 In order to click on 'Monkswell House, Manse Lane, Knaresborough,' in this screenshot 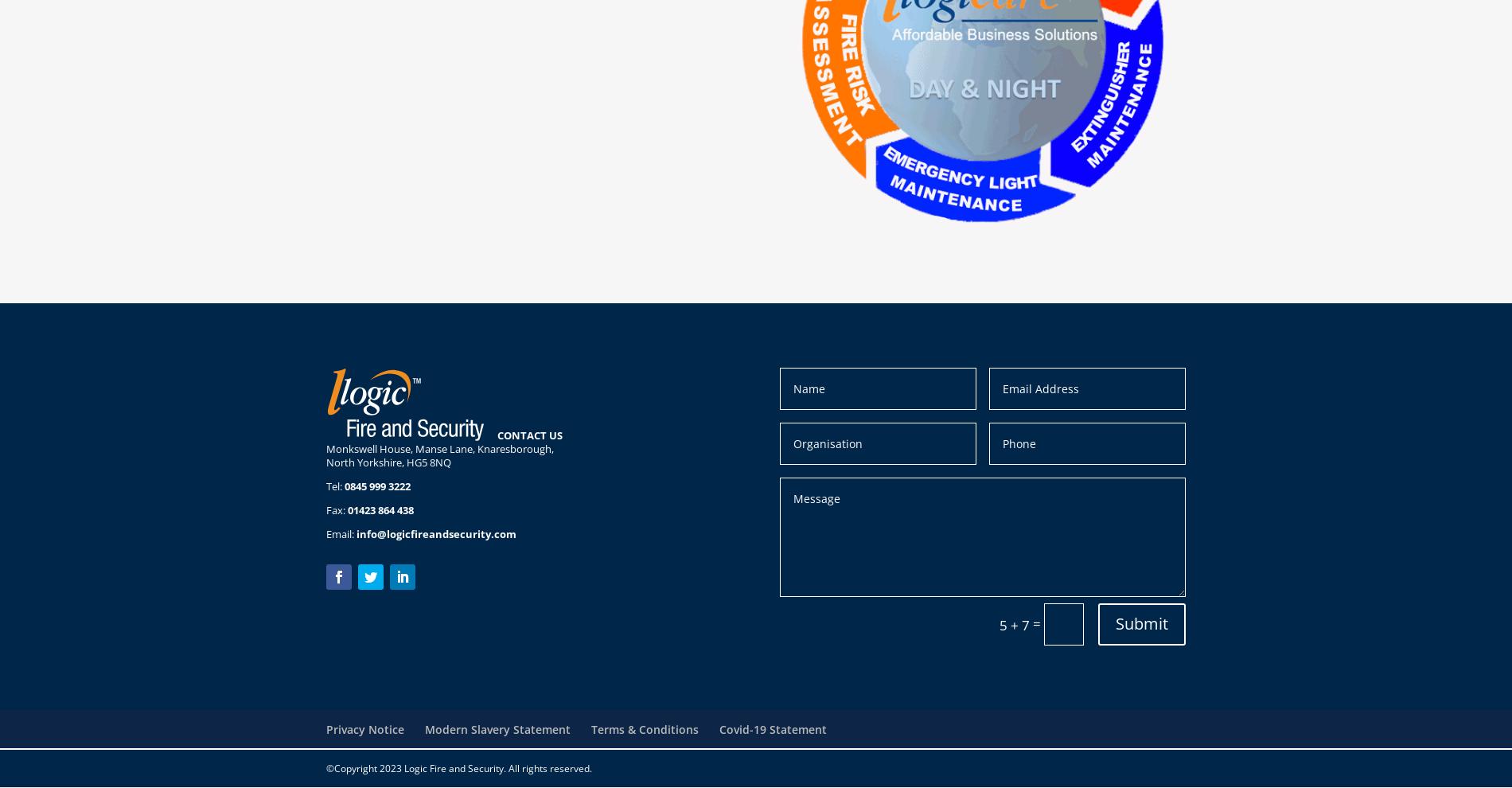, I will do `click(325, 448)`.